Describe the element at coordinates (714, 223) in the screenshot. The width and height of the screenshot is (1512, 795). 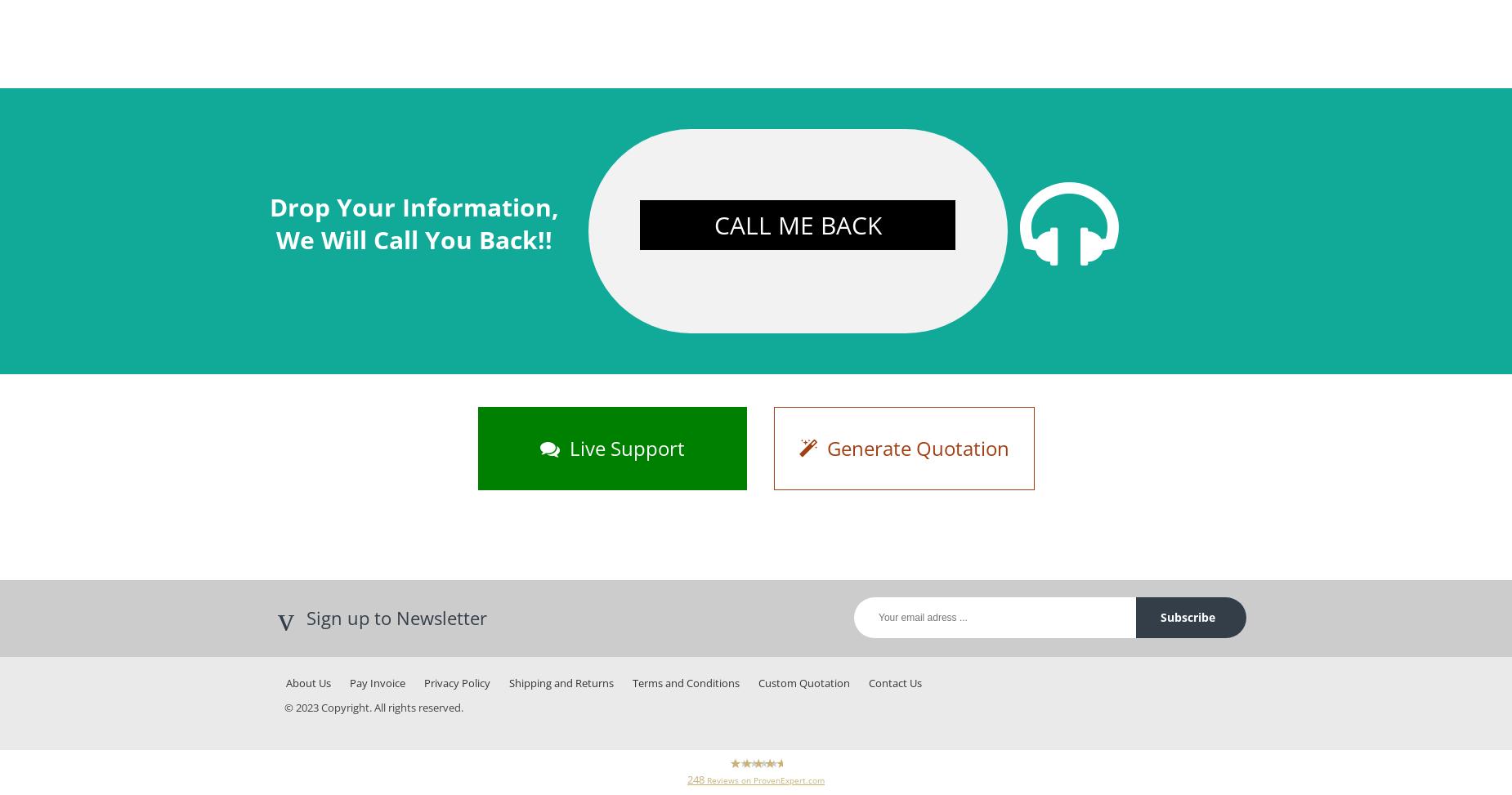
I see `'Call Me Back'` at that location.